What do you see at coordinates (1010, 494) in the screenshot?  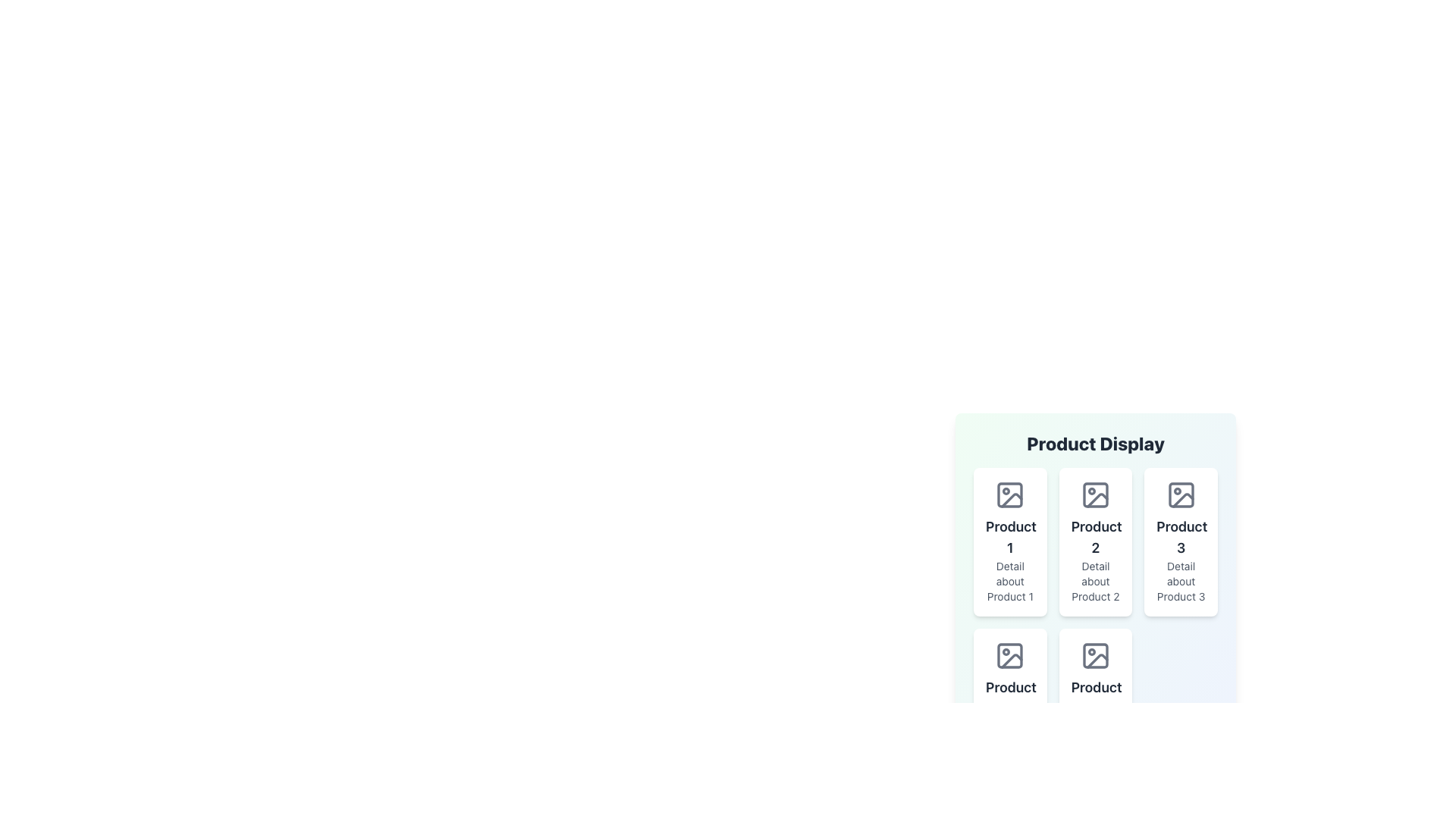 I see `the Image Placeholder Icon located at the top-left corner of the 'Product 1' tile, which is represented by a gray icon with an outlined rectangle and a simplified picture depiction` at bounding box center [1010, 494].